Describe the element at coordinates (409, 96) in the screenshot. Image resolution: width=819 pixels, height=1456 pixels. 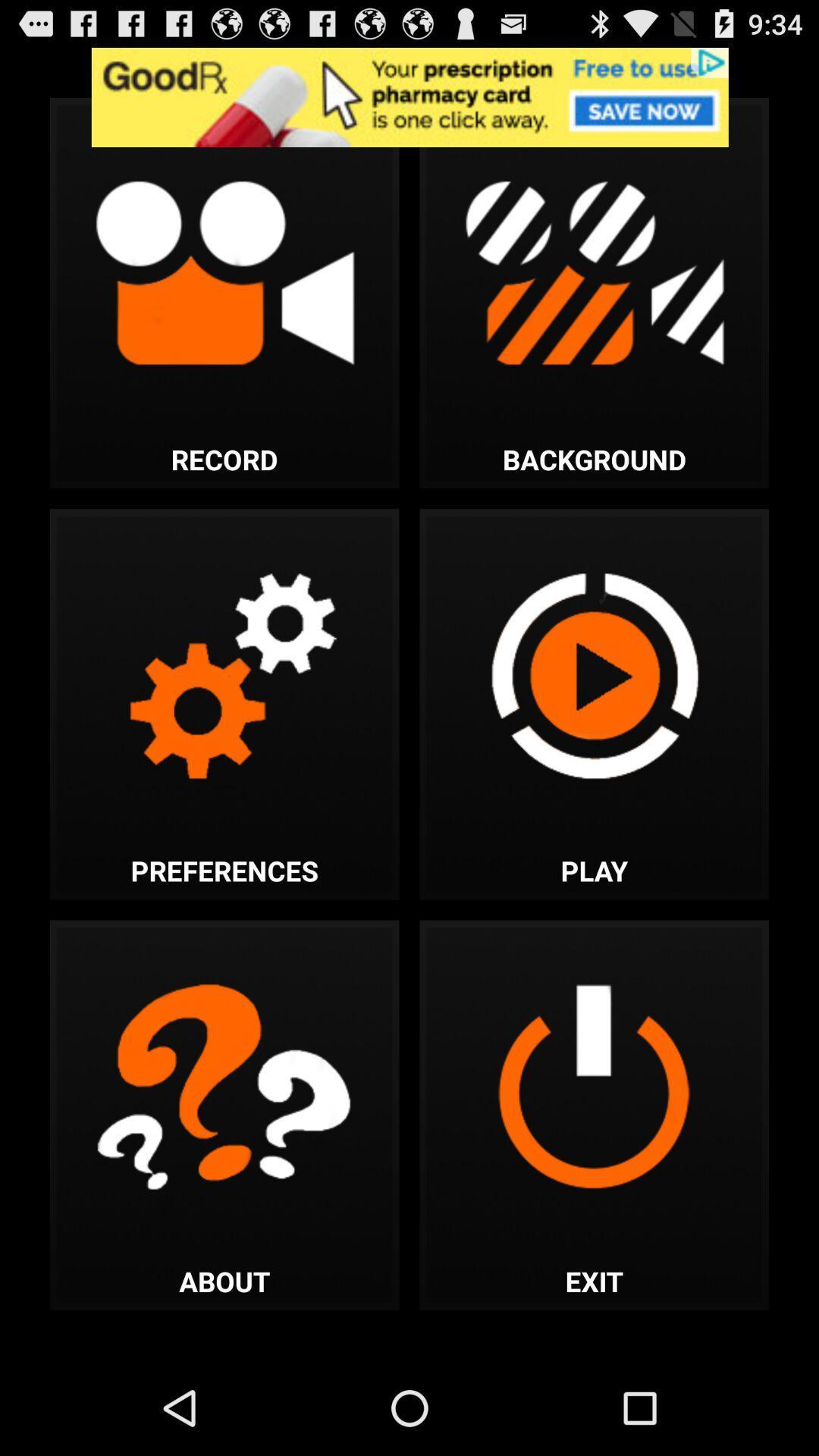
I see `open advertisement` at that location.